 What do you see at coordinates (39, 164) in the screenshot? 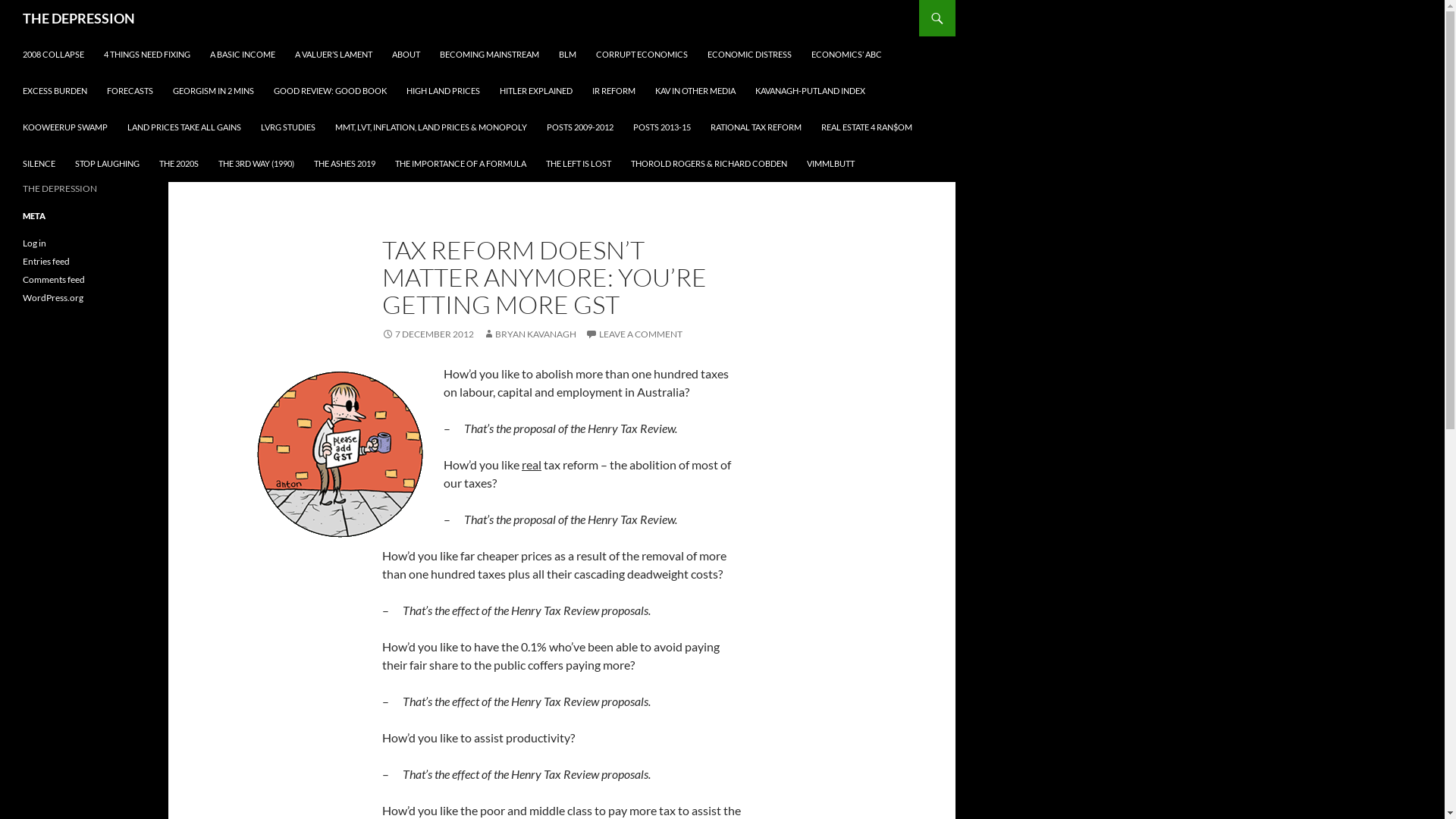
I see `'SILENCE'` at bounding box center [39, 164].